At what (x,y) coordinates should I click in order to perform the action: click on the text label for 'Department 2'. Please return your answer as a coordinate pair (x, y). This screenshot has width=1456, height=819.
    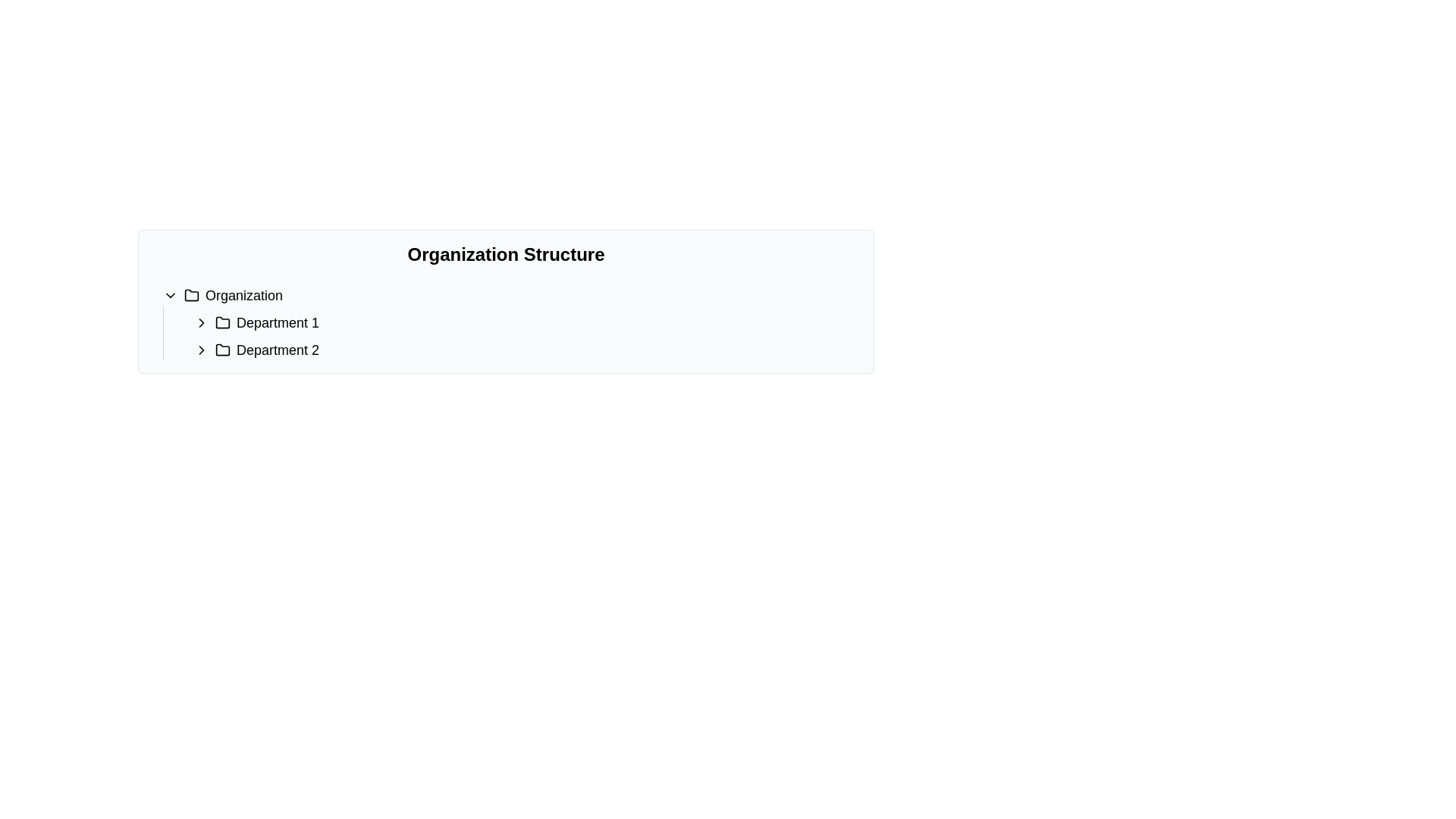
    Looking at the image, I should click on (278, 350).